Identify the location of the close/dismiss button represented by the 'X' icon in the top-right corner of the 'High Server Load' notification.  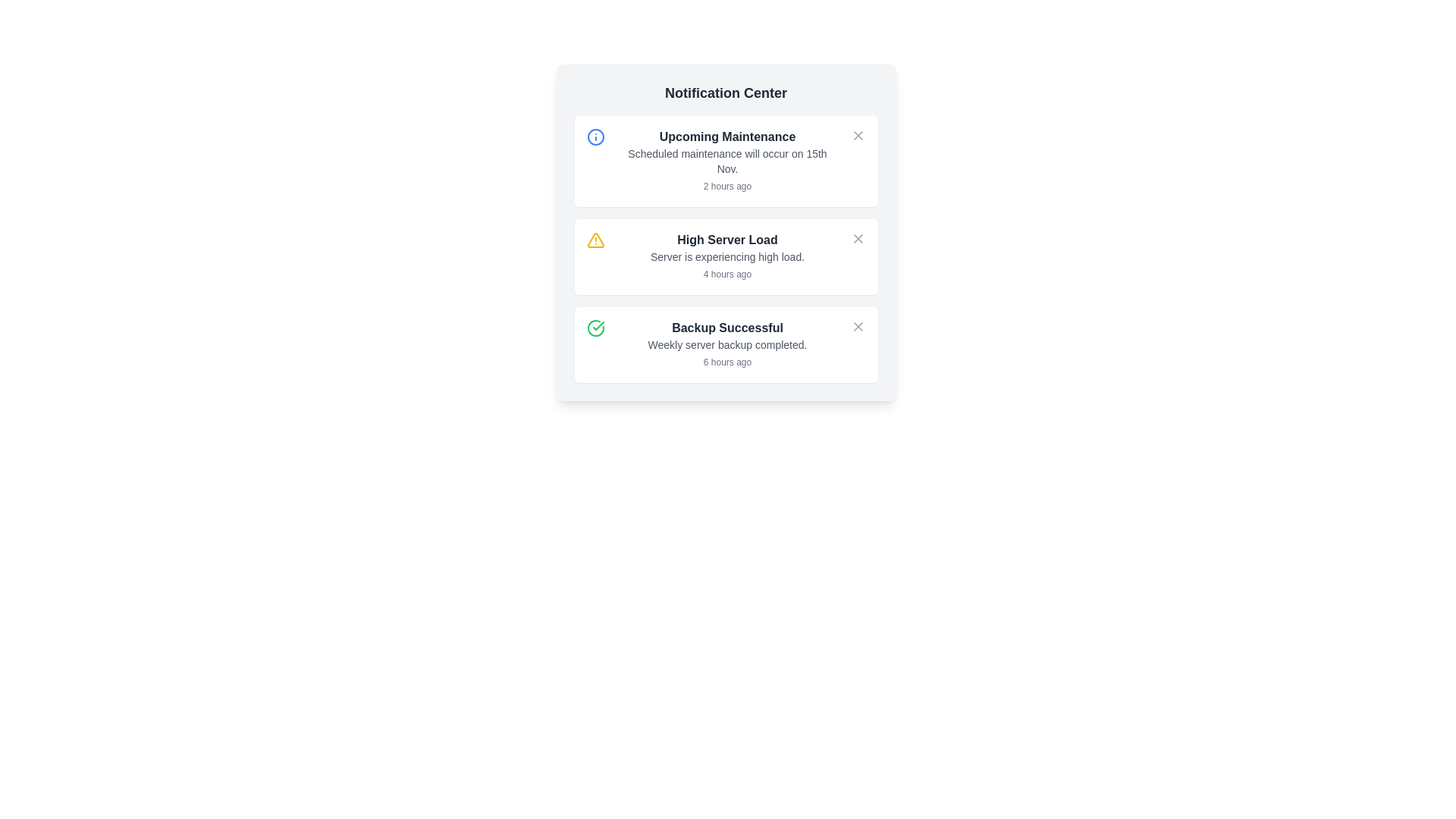
(858, 239).